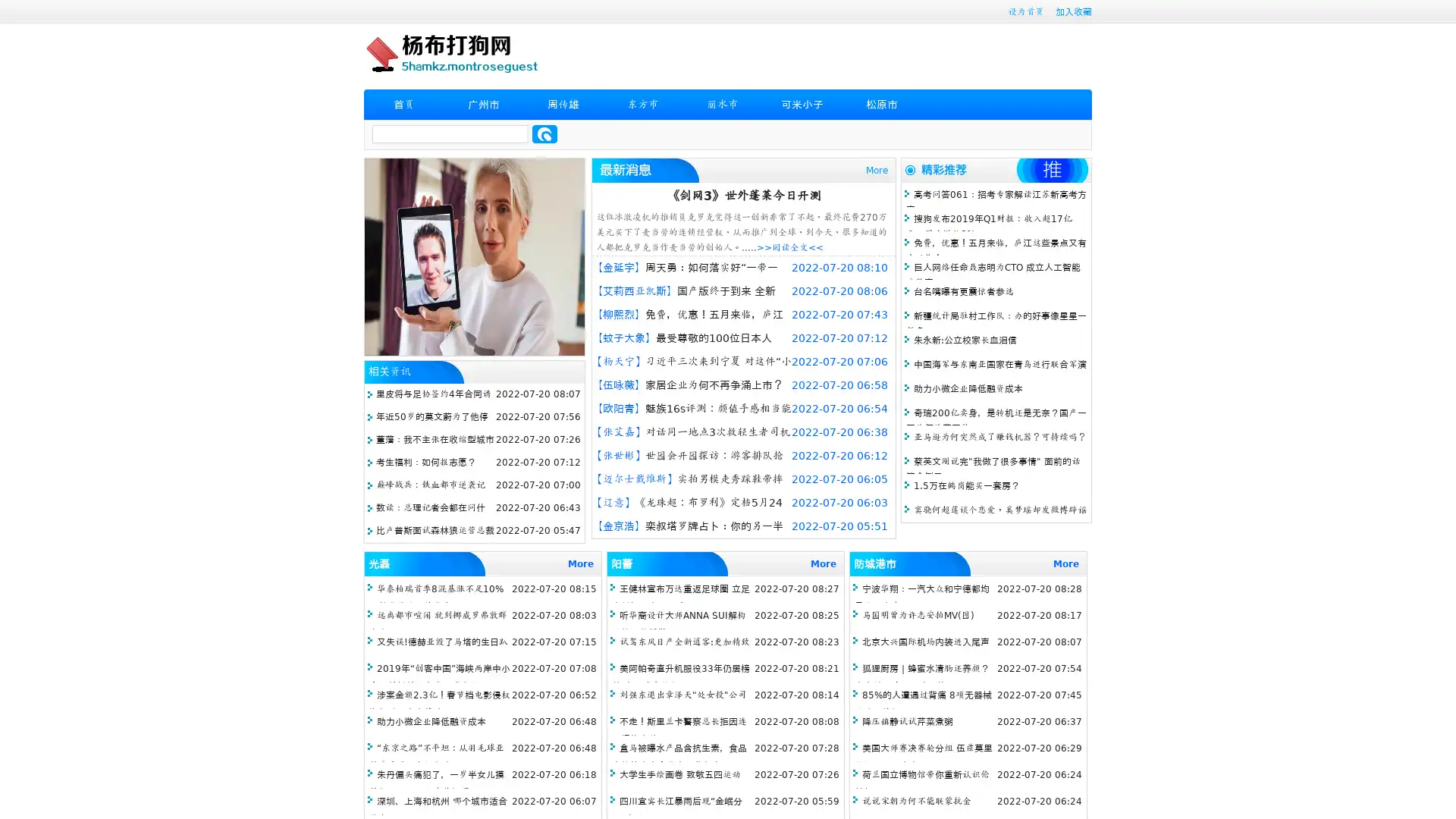 The height and width of the screenshot is (819, 1456). What do you see at coordinates (544, 133) in the screenshot?
I see `Search` at bounding box center [544, 133].